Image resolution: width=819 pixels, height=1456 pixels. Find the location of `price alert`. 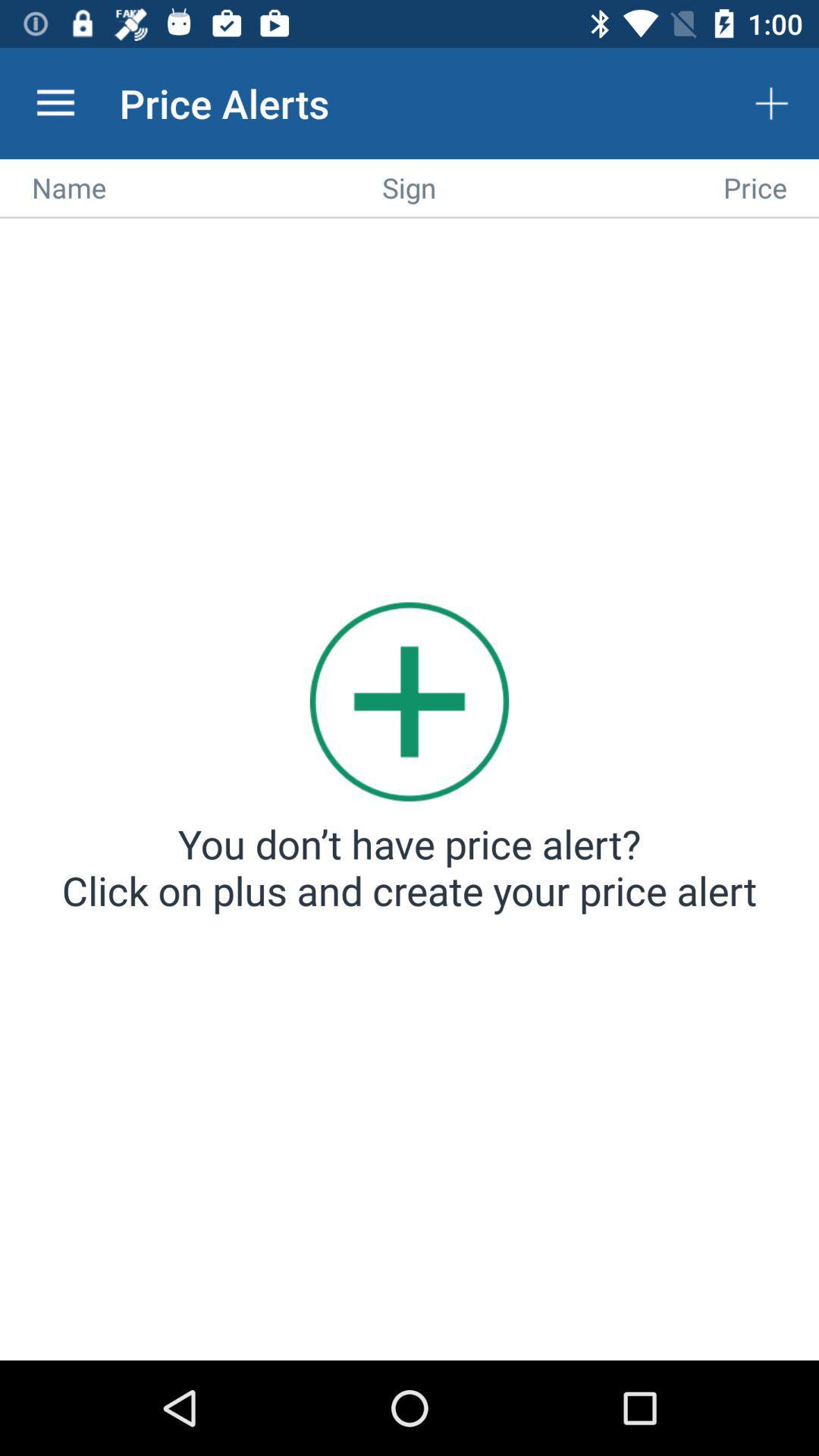

price alert is located at coordinates (409, 790).